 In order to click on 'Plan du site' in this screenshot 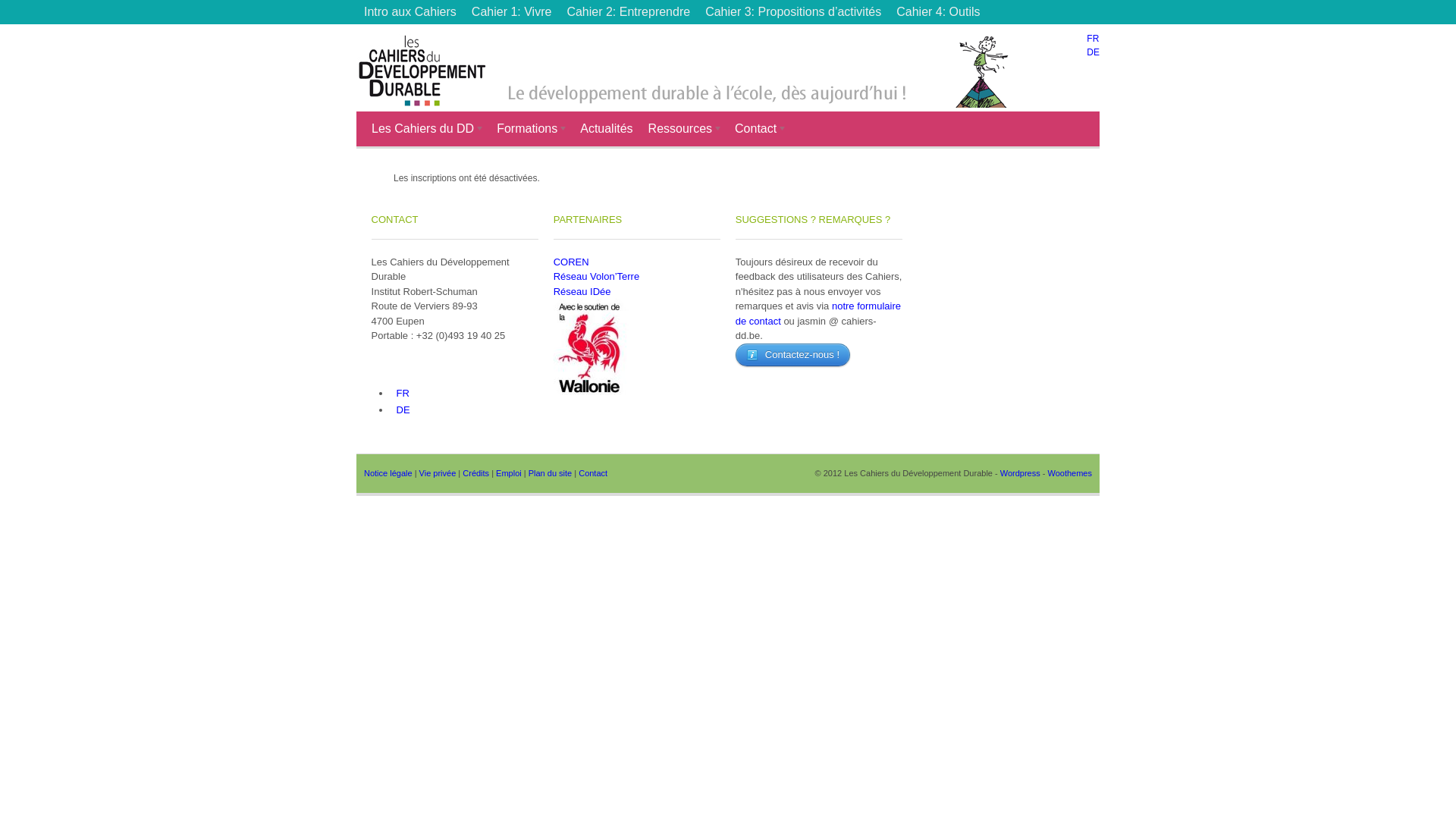, I will do `click(549, 472)`.